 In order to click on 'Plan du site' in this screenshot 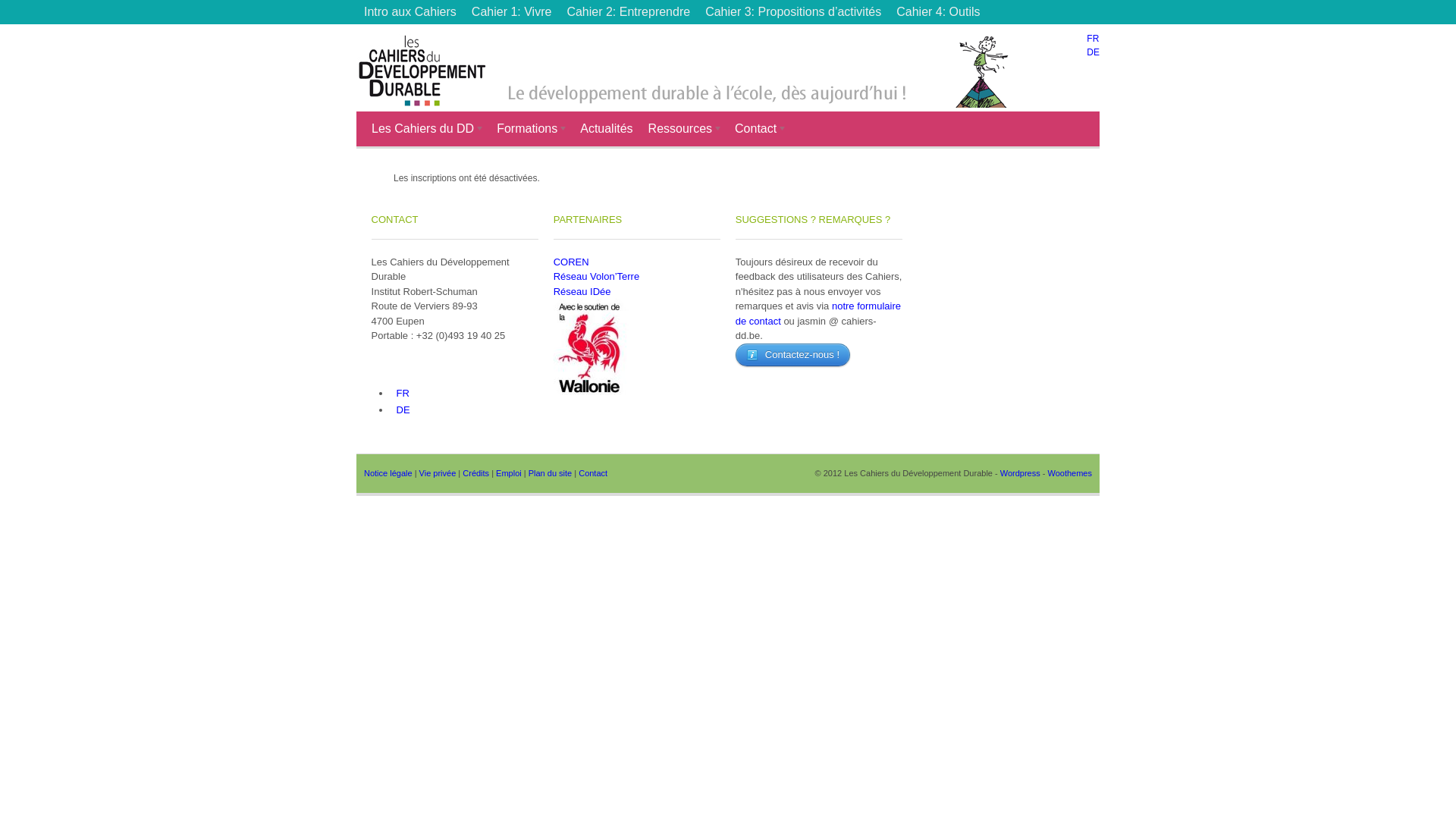, I will do `click(549, 472)`.